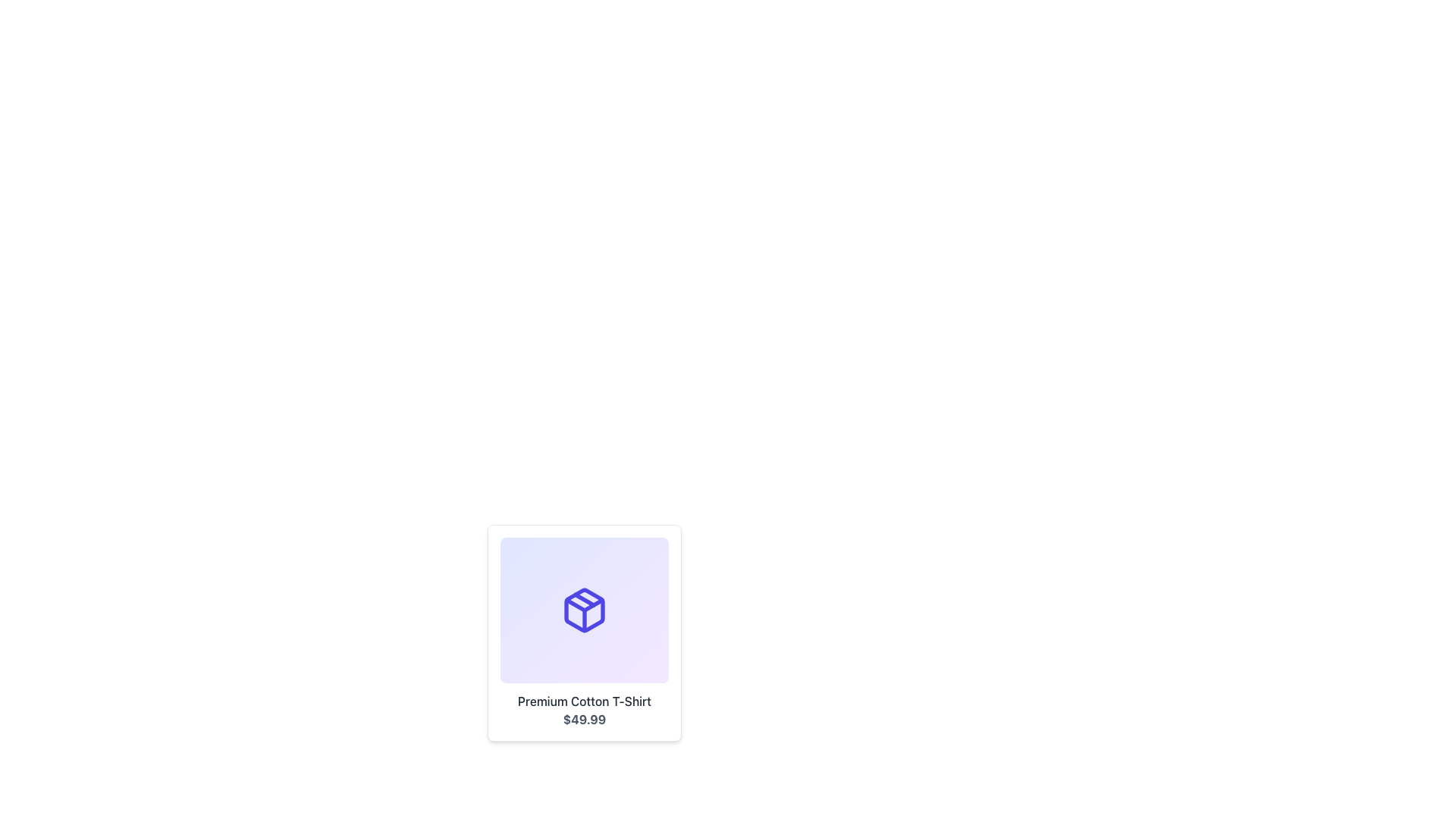  I want to click on price displayed in the text label located below the 'Premium Cotton T-Shirt' text within the card-style component, so click(584, 718).